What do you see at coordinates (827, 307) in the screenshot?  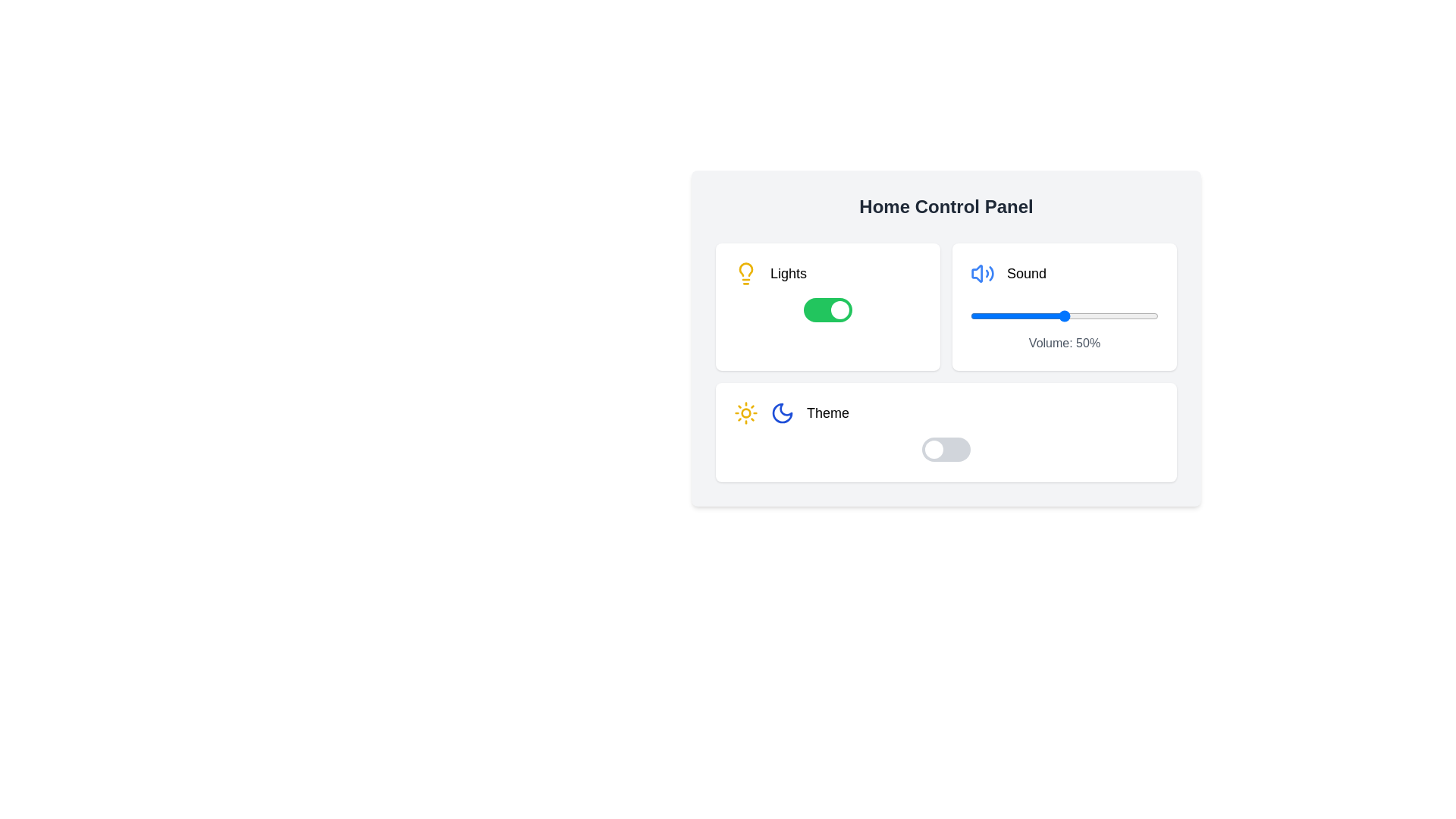 I see `the toggleable card component for 'Lights' in the Home Control Panel` at bounding box center [827, 307].